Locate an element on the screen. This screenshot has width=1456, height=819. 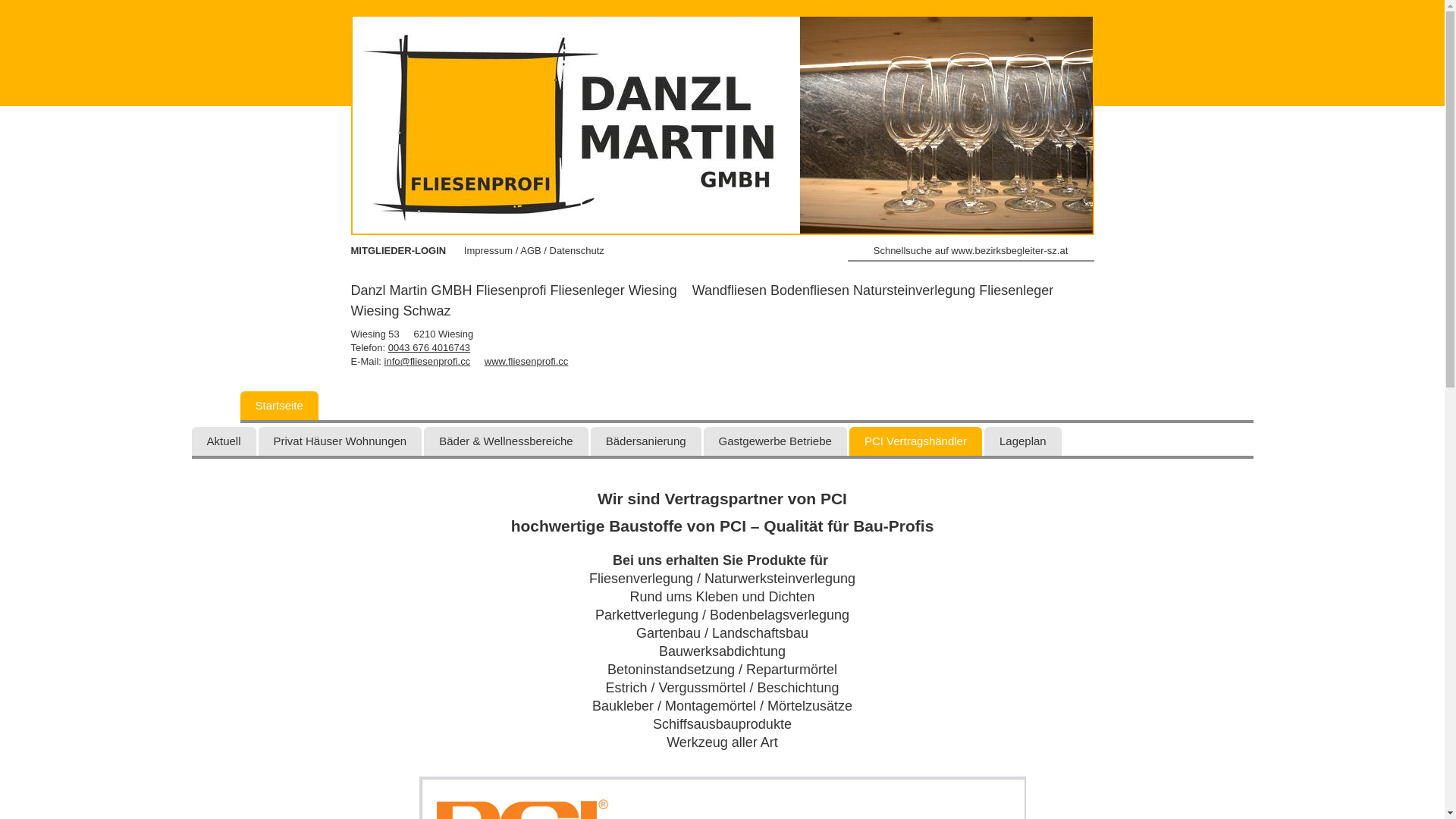
'Lageplan' is located at coordinates (1022, 441).